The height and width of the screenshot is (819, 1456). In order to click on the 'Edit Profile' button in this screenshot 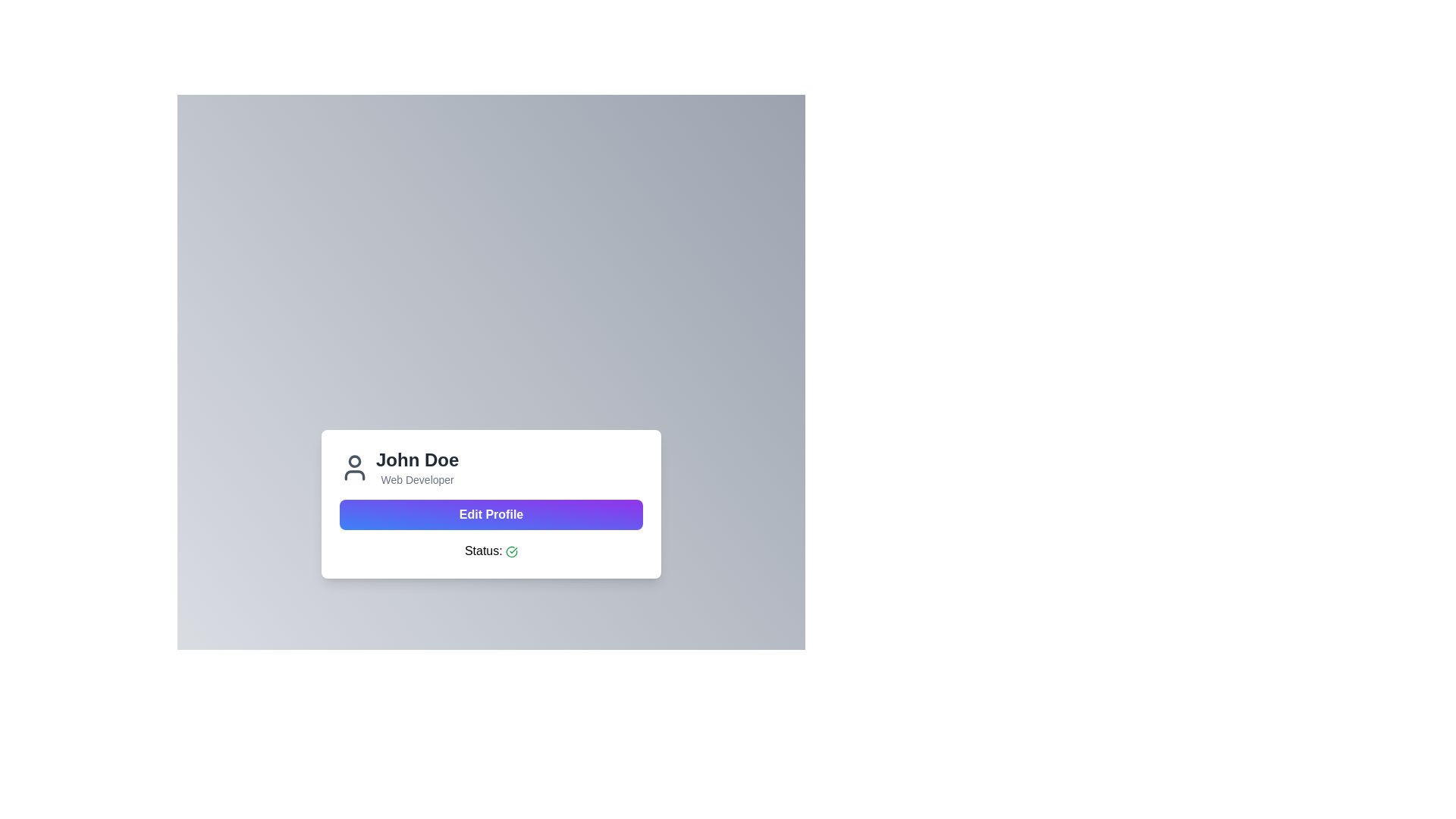, I will do `click(491, 513)`.